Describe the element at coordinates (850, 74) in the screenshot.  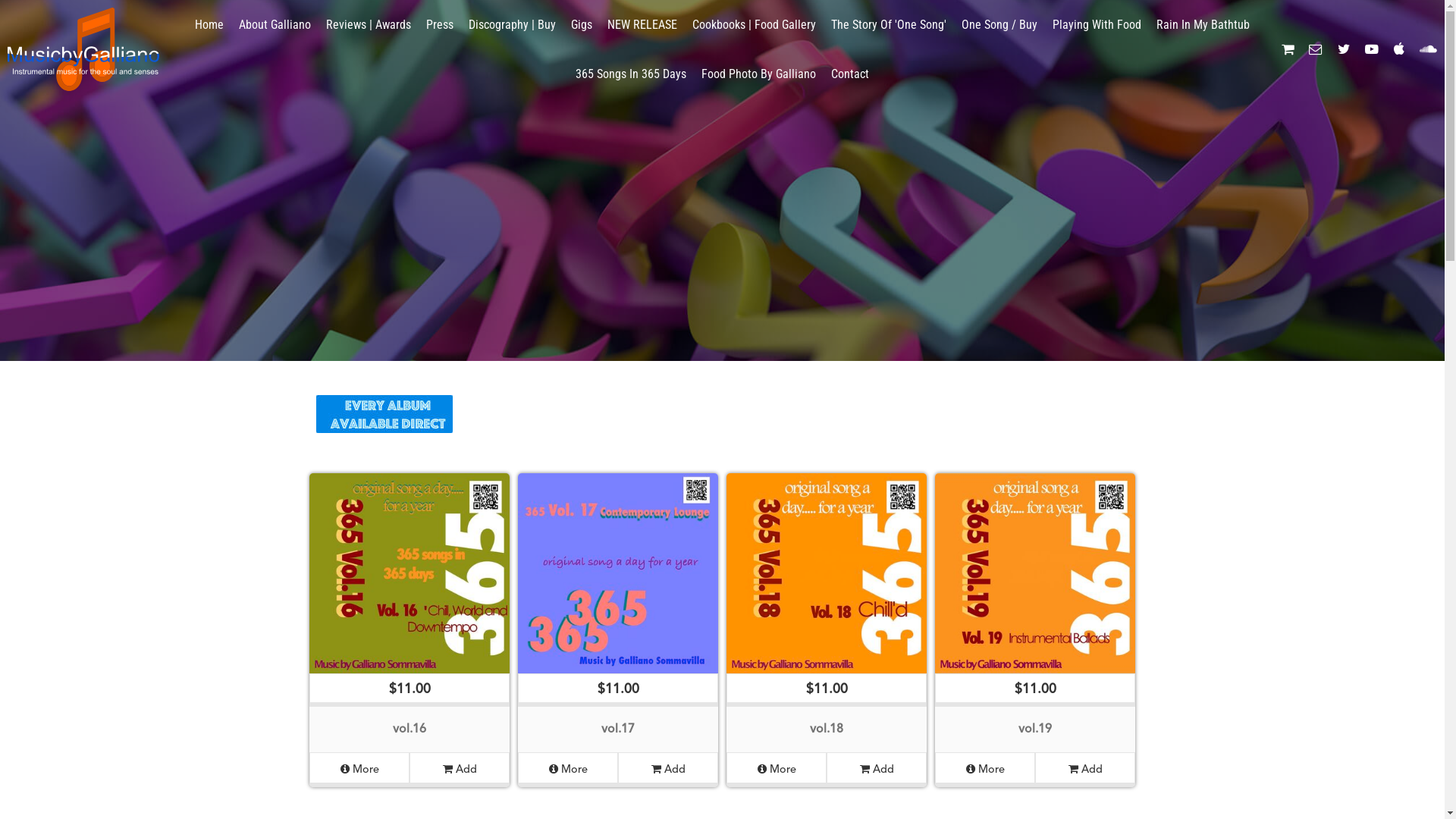
I see `'Contact'` at that location.